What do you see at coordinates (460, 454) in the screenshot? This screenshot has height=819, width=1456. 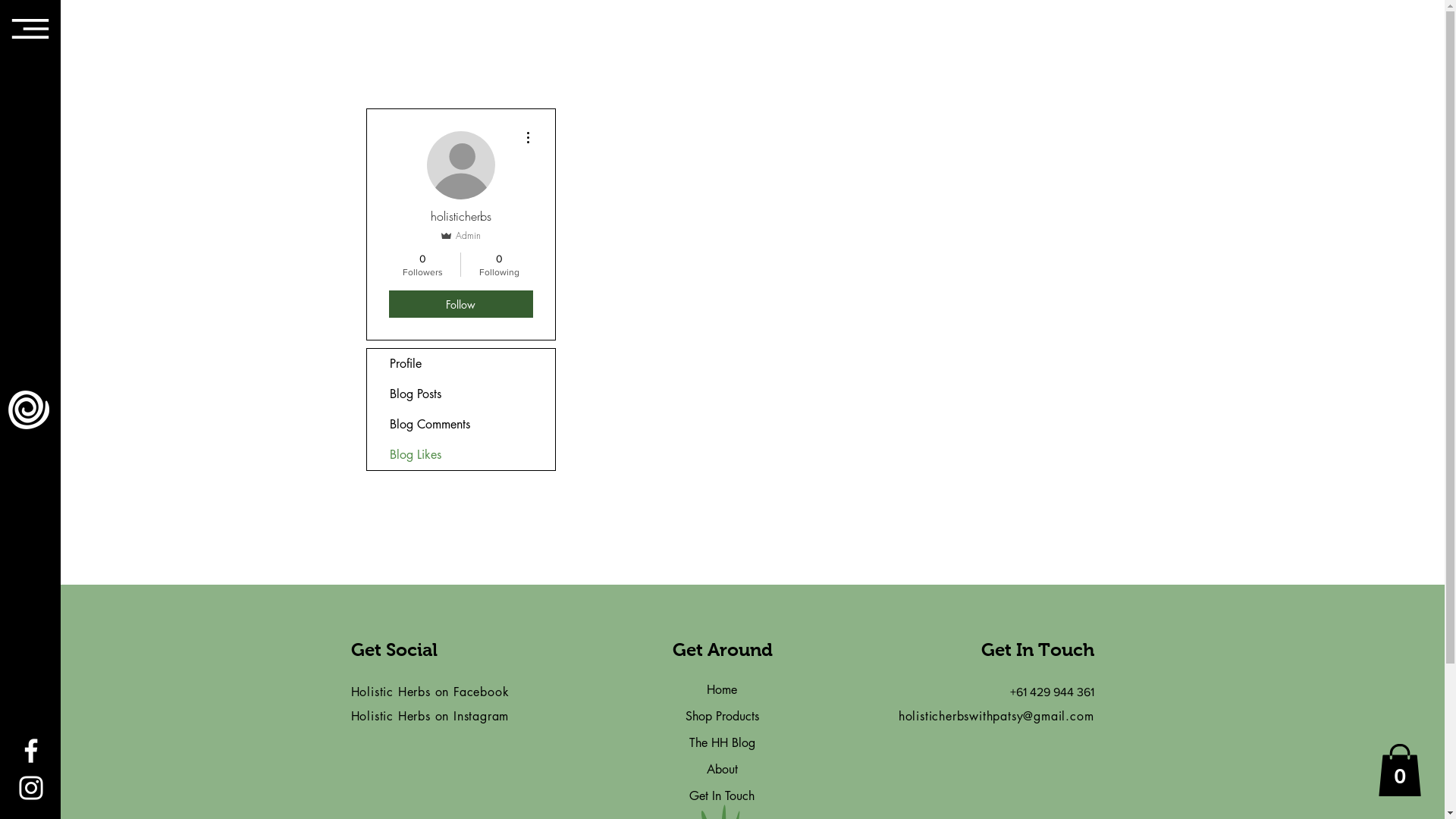 I see `'Blog Likes'` at bounding box center [460, 454].